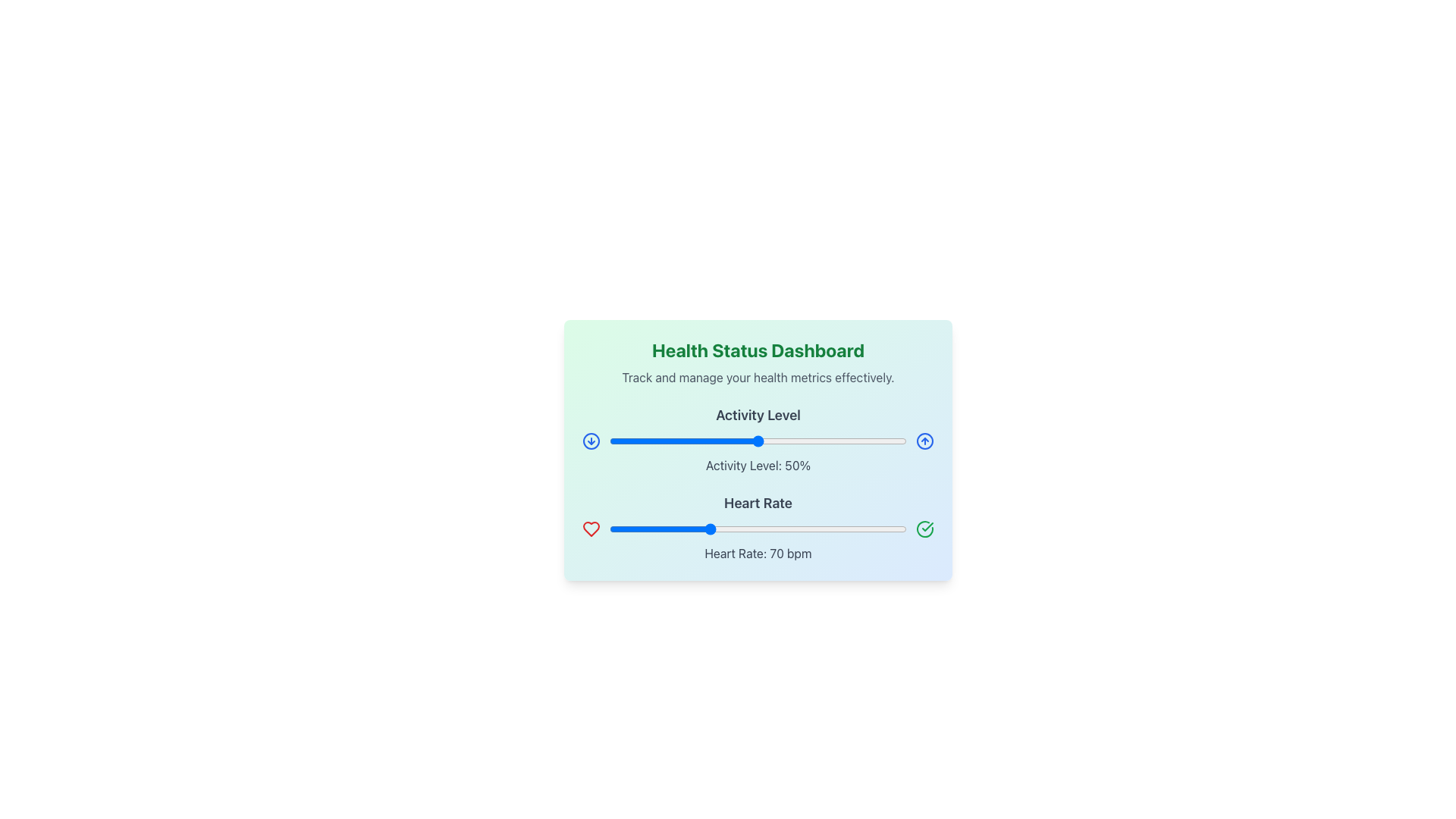 The image size is (1456, 819). What do you see at coordinates (695, 441) in the screenshot?
I see `the activity level` at bounding box center [695, 441].